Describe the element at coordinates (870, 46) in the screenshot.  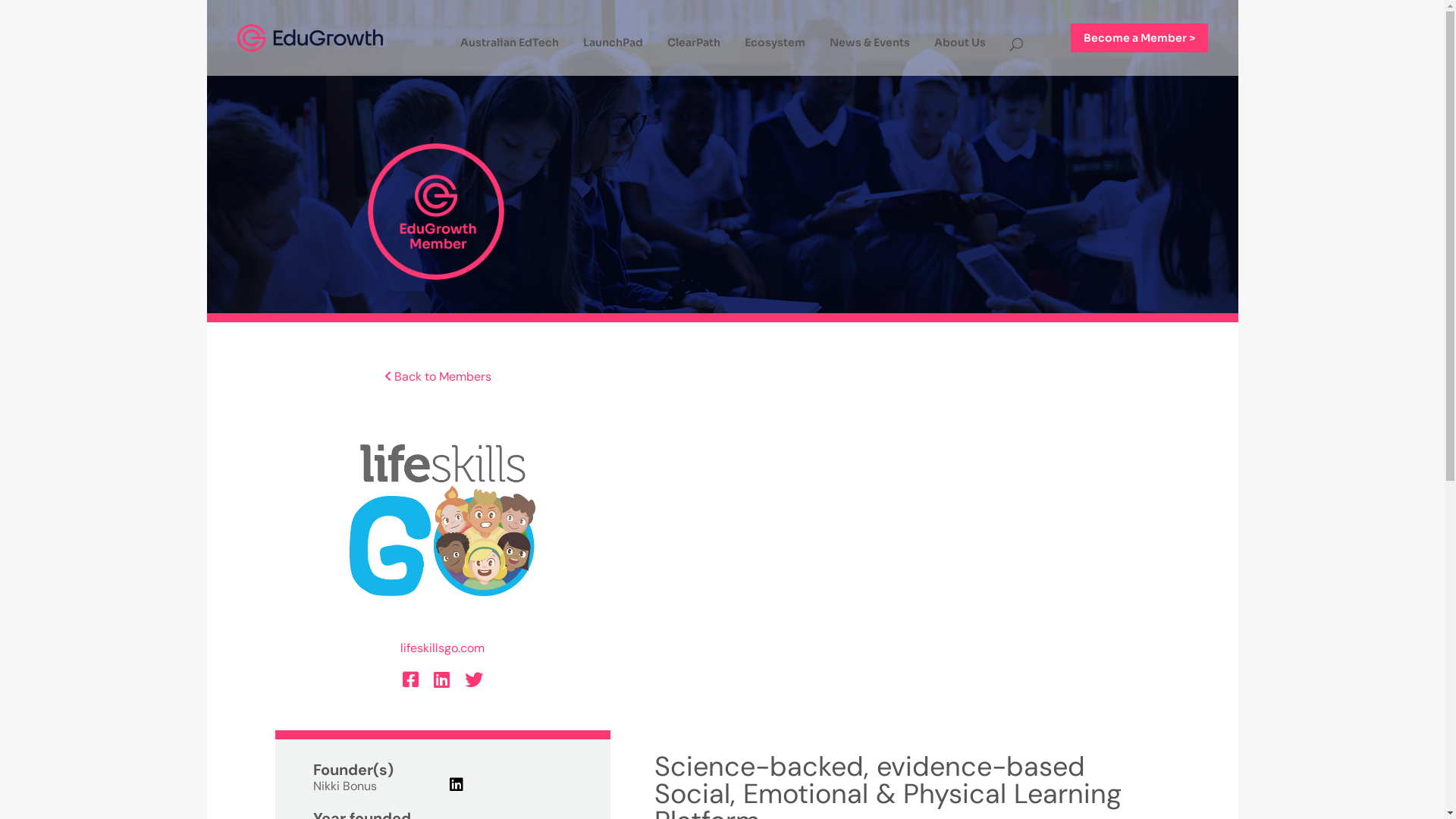
I see `'News & Events'` at that location.